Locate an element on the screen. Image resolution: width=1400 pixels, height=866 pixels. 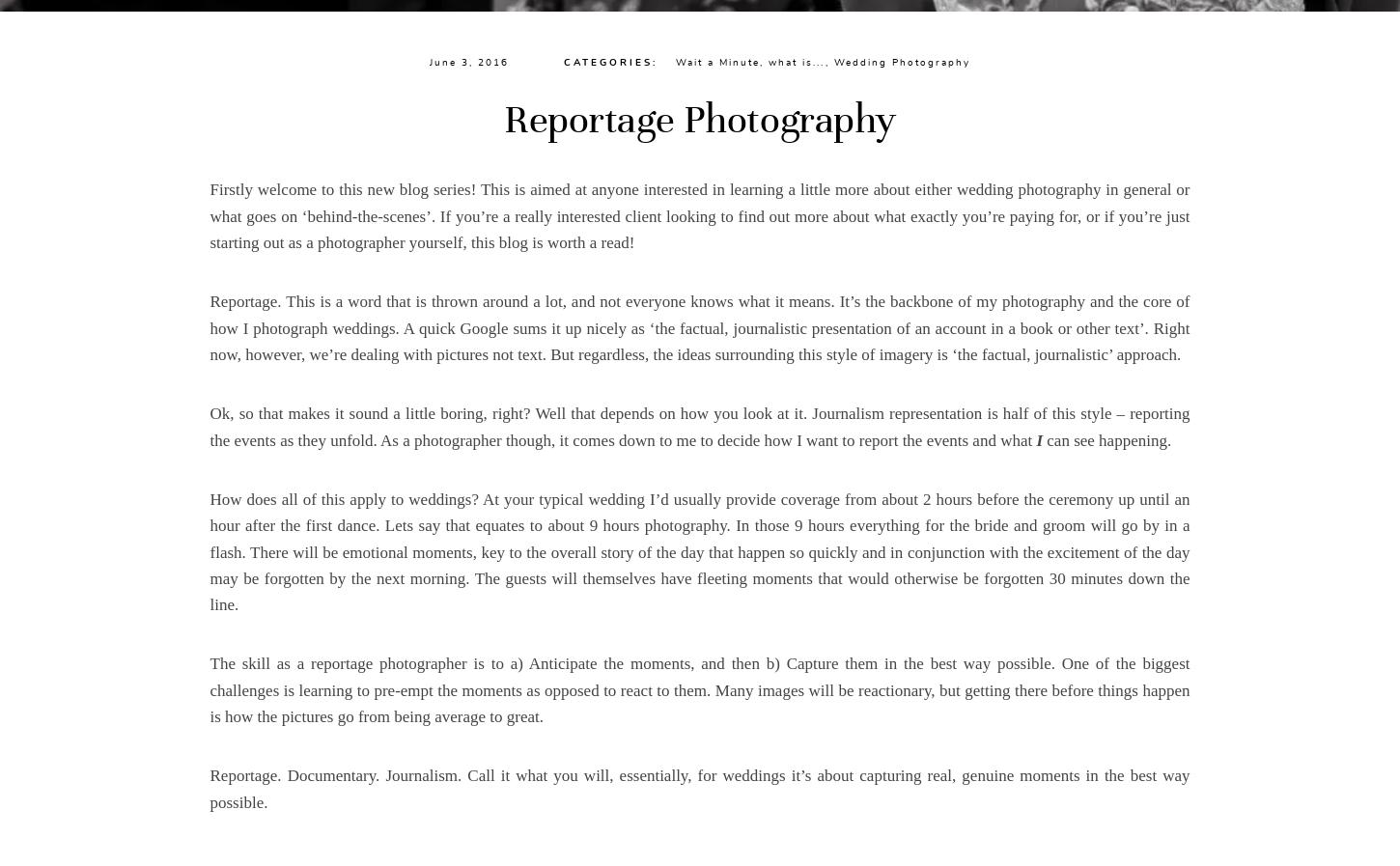
'Reportage. This is a word that is thrown around a lot, and not everyone knows what it means. It’s the backbone of my photography and the core of how I photograph weddings. A quick Google sums it up nicely as ‘the factual, journalistic presentation of an account in a book or other text’. Right now, however, we’re dealing with pictures not text. But regardless, the ideas surrounding this style of imagery is ‘the factual, journalistic’ approach.' is located at coordinates (209, 326).